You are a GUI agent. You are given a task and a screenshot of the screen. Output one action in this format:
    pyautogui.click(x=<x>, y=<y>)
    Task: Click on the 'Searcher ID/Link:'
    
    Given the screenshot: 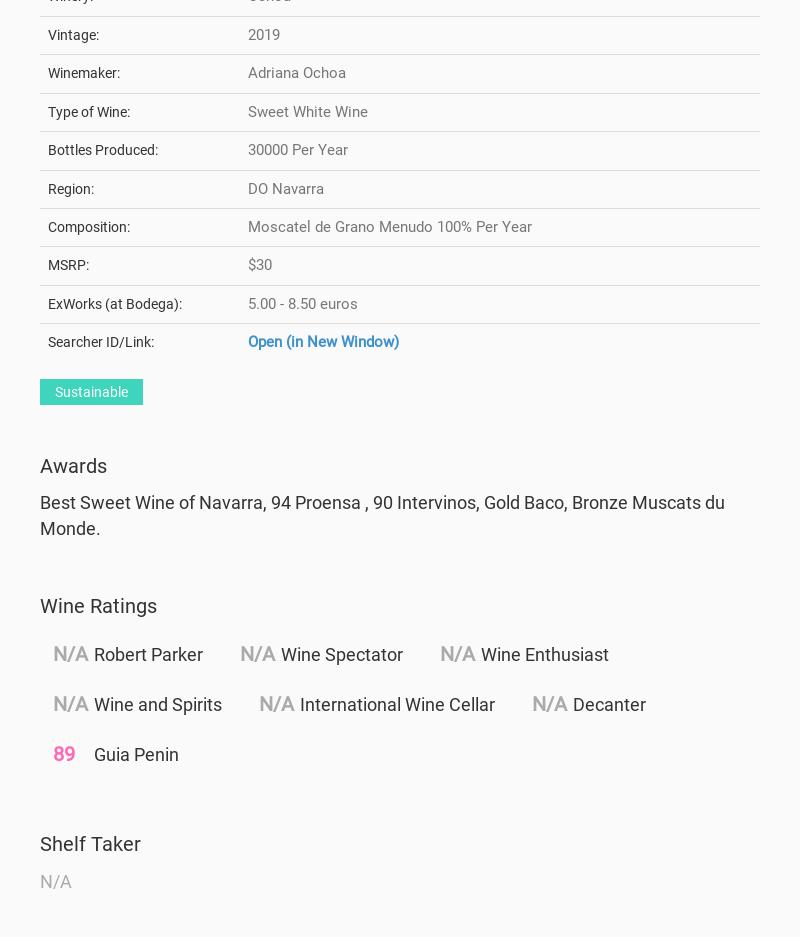 What is the action you would take?
    pyautogui.click(x=47, y=342)
    